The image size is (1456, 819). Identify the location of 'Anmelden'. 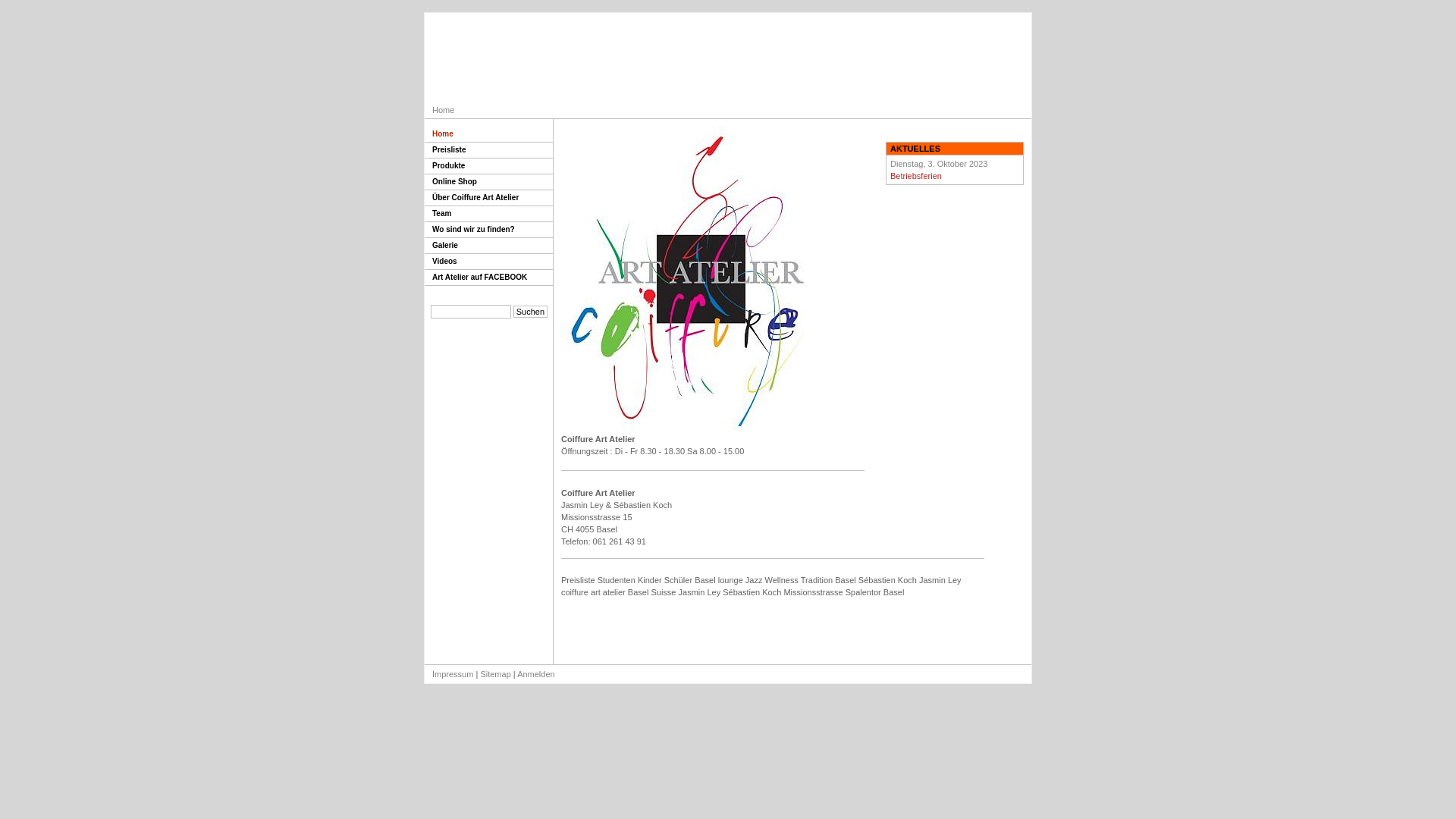
(516, 673).